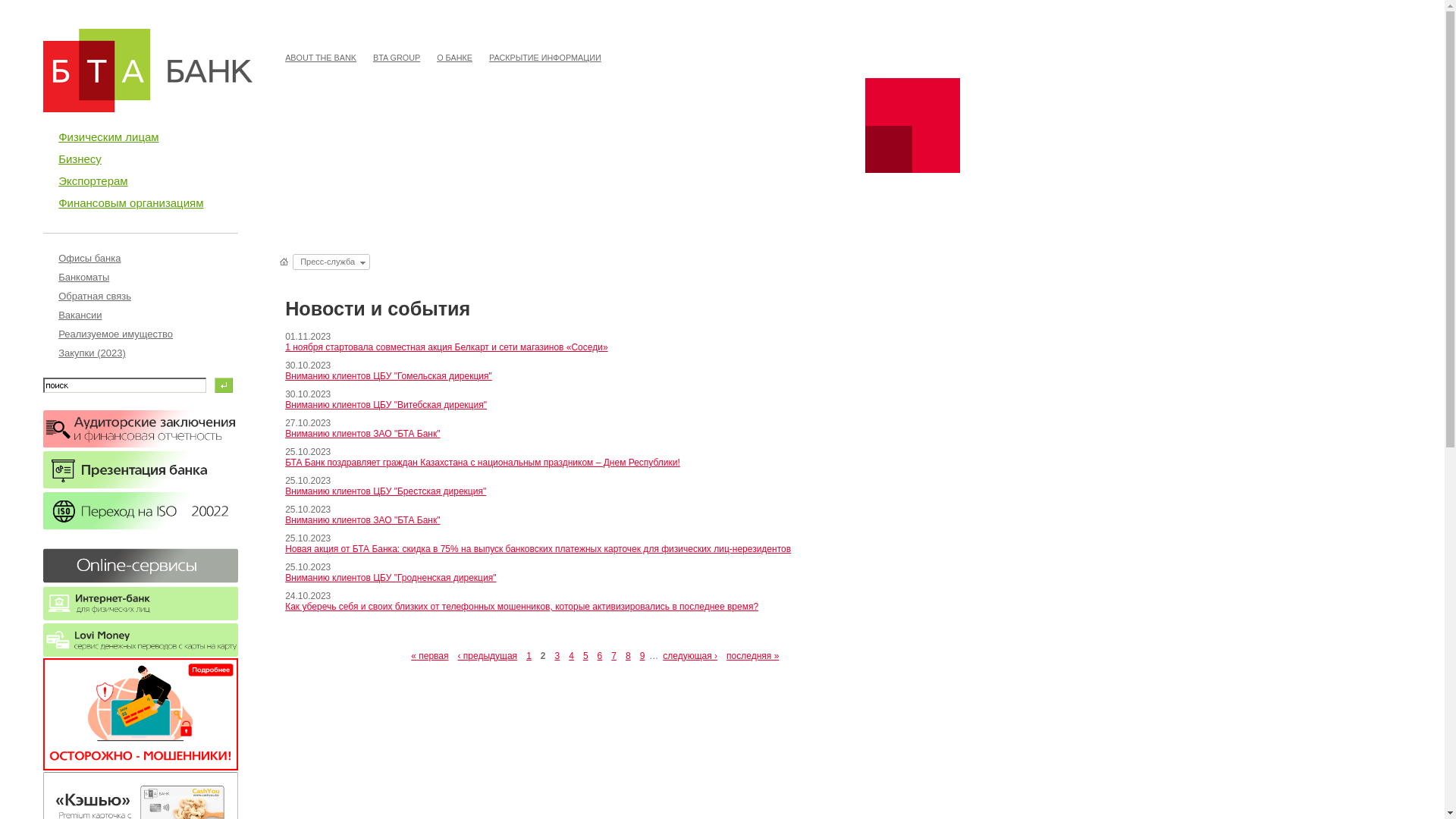 This screenshot has height=819, width=1456. Describe the element at coordinates (642, 654) in the screenshot. I see `'9'` at that location.